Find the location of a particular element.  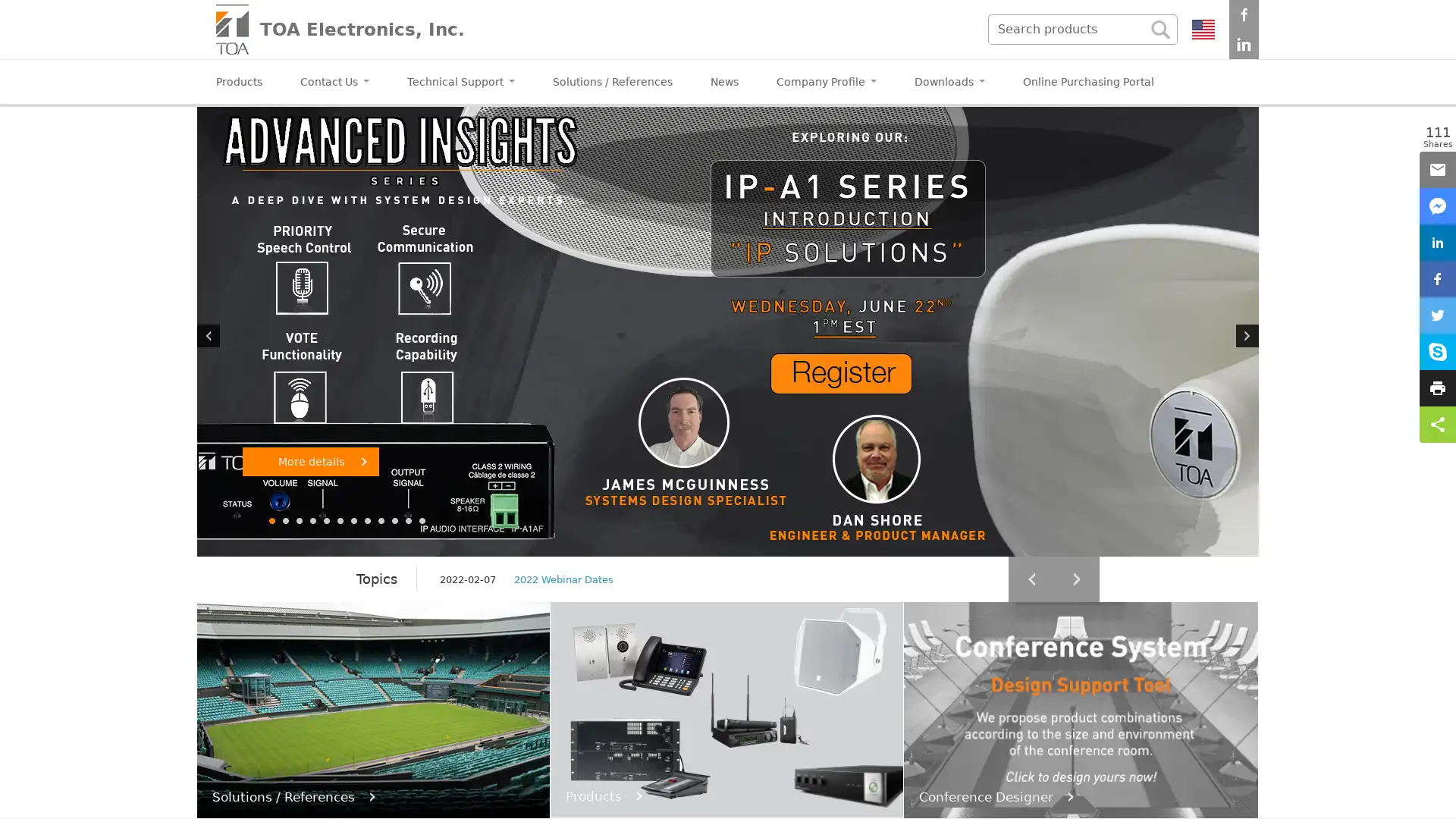

Previous is located at coordinates (1031, 579).